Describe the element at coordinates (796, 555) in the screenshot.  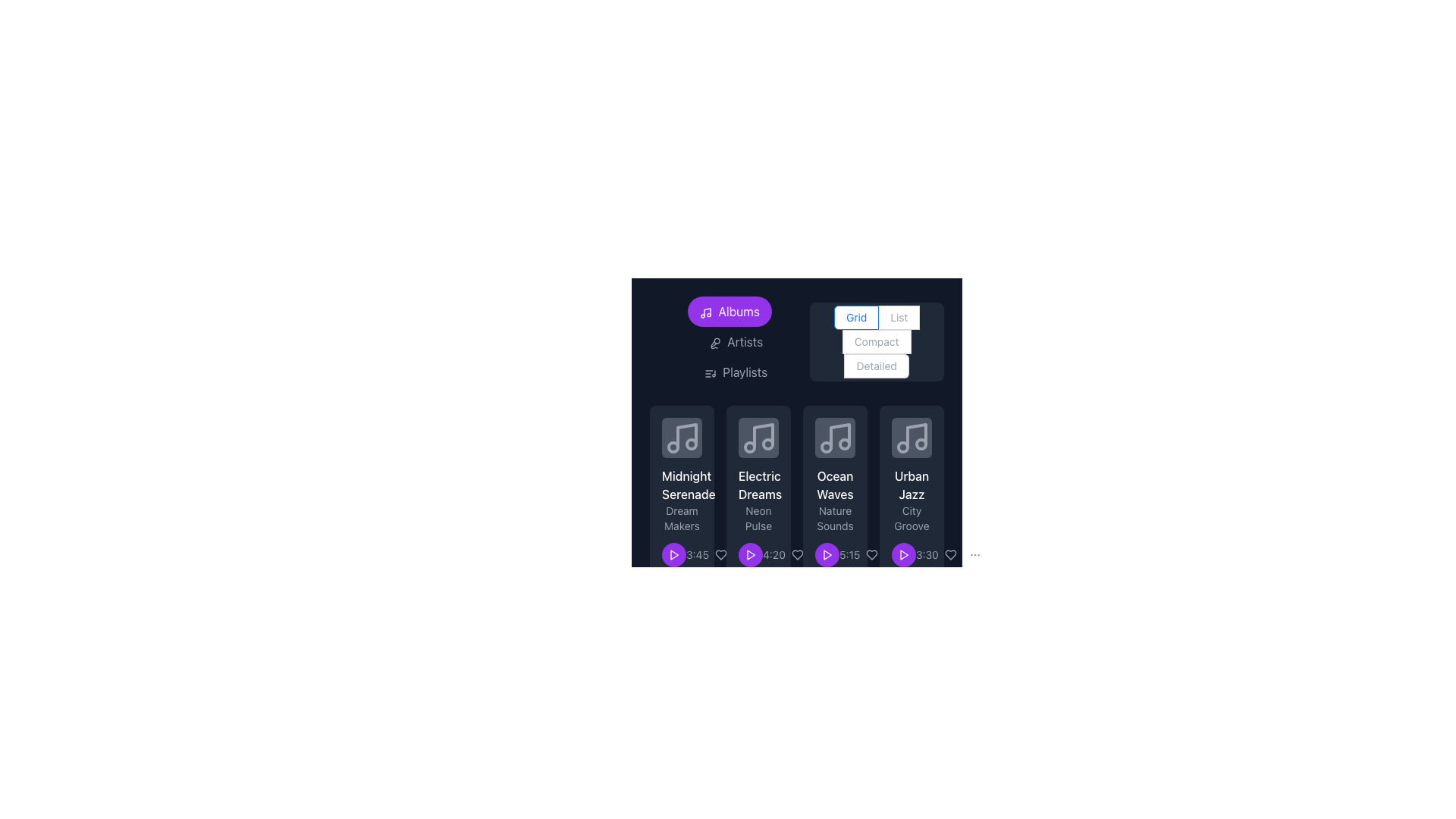
I see `the heart-shaped interactive button icon below the 'Electric Dreams' album, aligned with the text '4:20'` at that location.